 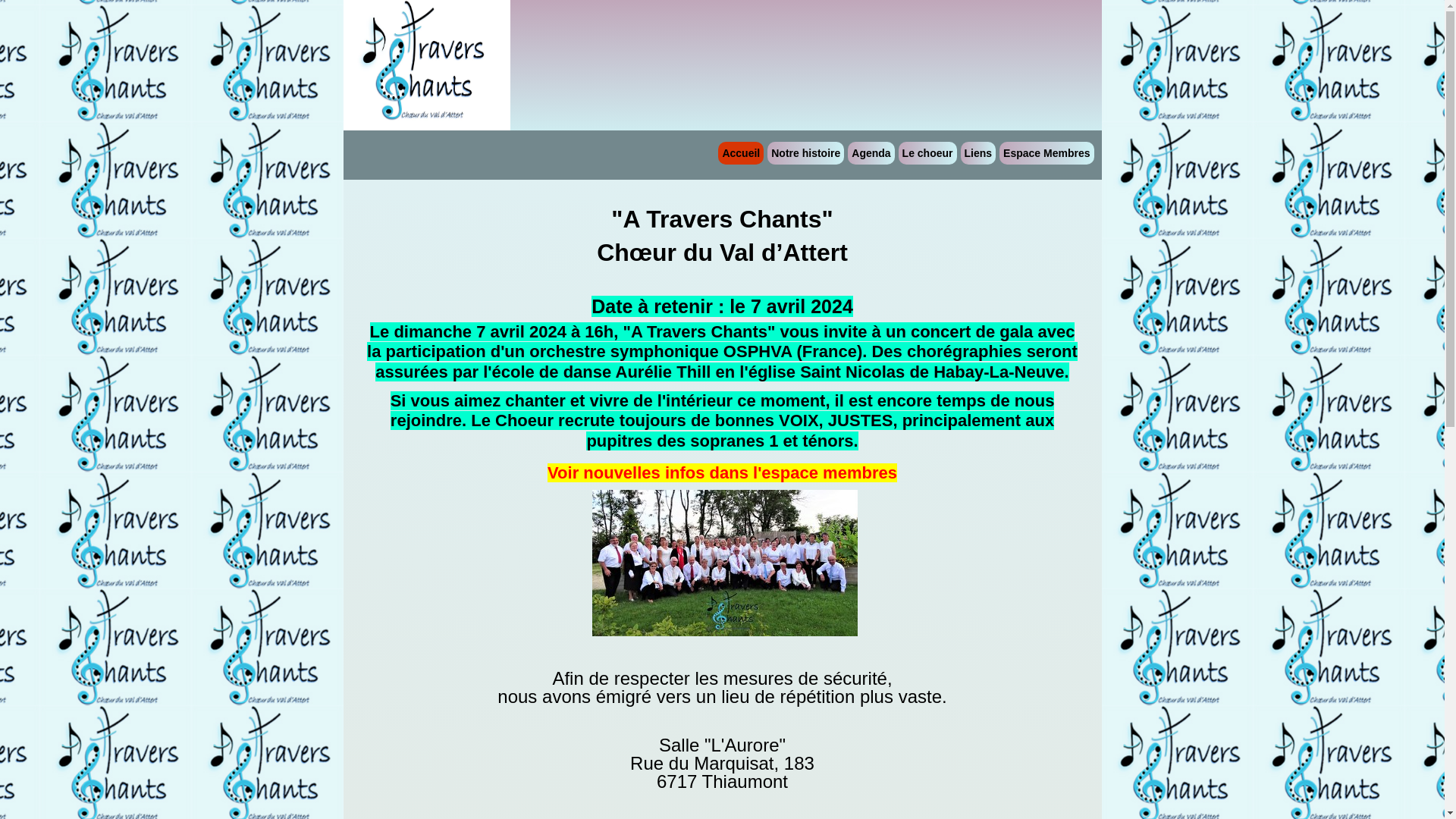 I want to click on 'Espace Membres', so click(x=1046, y=152).